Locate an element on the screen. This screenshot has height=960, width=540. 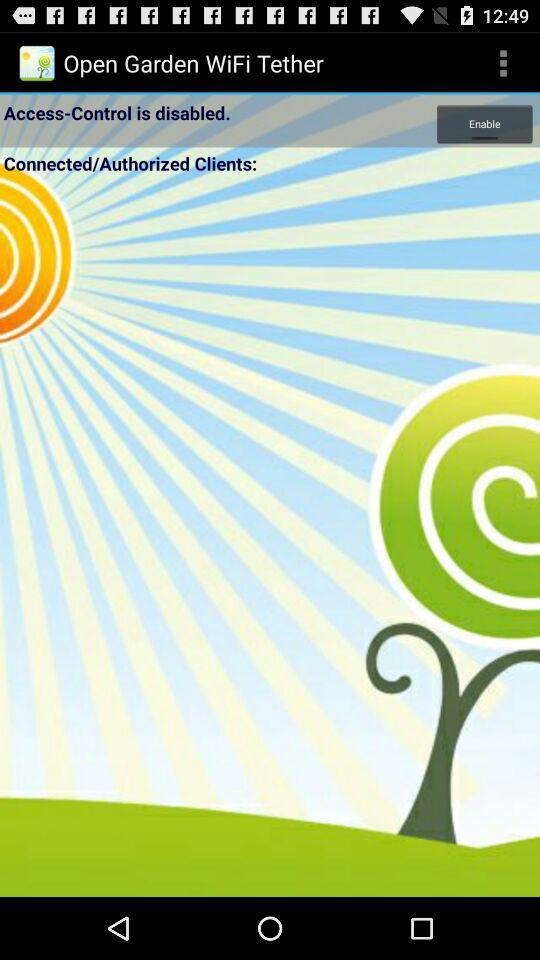
image is located at coordinates (270, 536).